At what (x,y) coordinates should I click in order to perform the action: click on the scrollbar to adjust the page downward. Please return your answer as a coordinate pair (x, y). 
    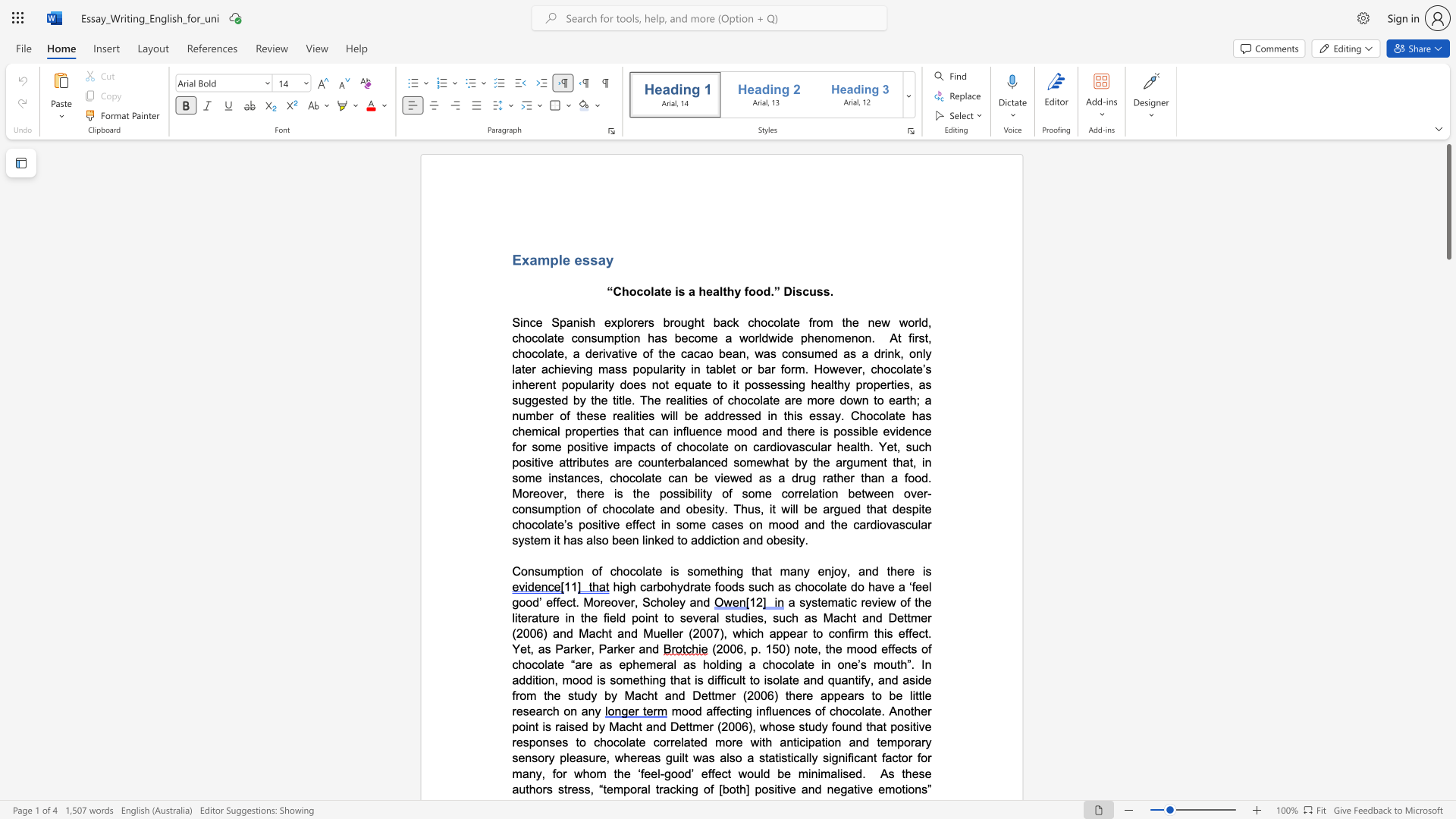
    Looking at the image, I should click on (1448, 780).